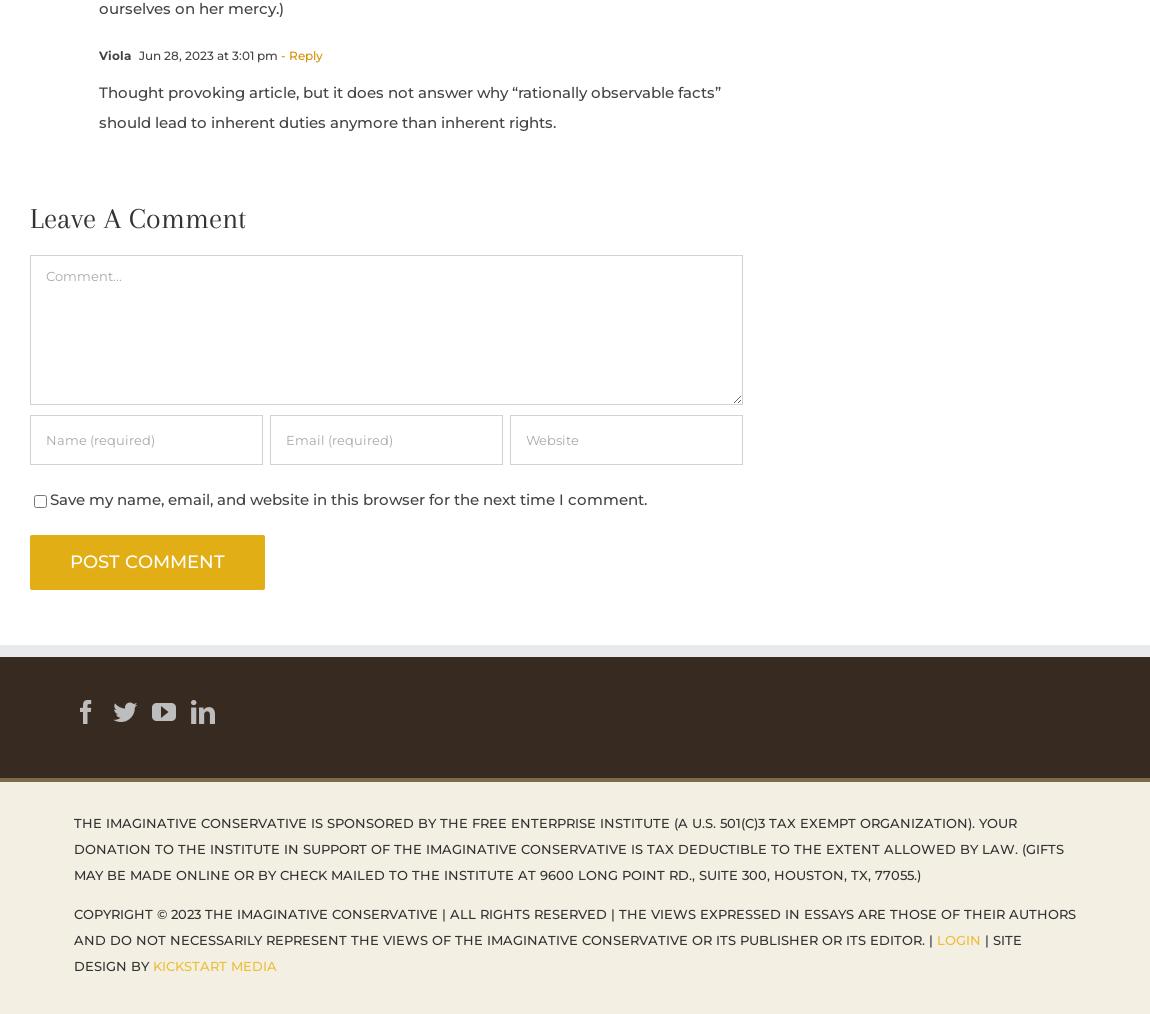 This screenshot has height=1014, width=1150. Describe the element at coordinates (409, 106) in the screenshot. I see `'Thought provoking article, but it does not answer why “rationally observable facts” should lead to inherent duties anymore than inherent rights.'` at that location.